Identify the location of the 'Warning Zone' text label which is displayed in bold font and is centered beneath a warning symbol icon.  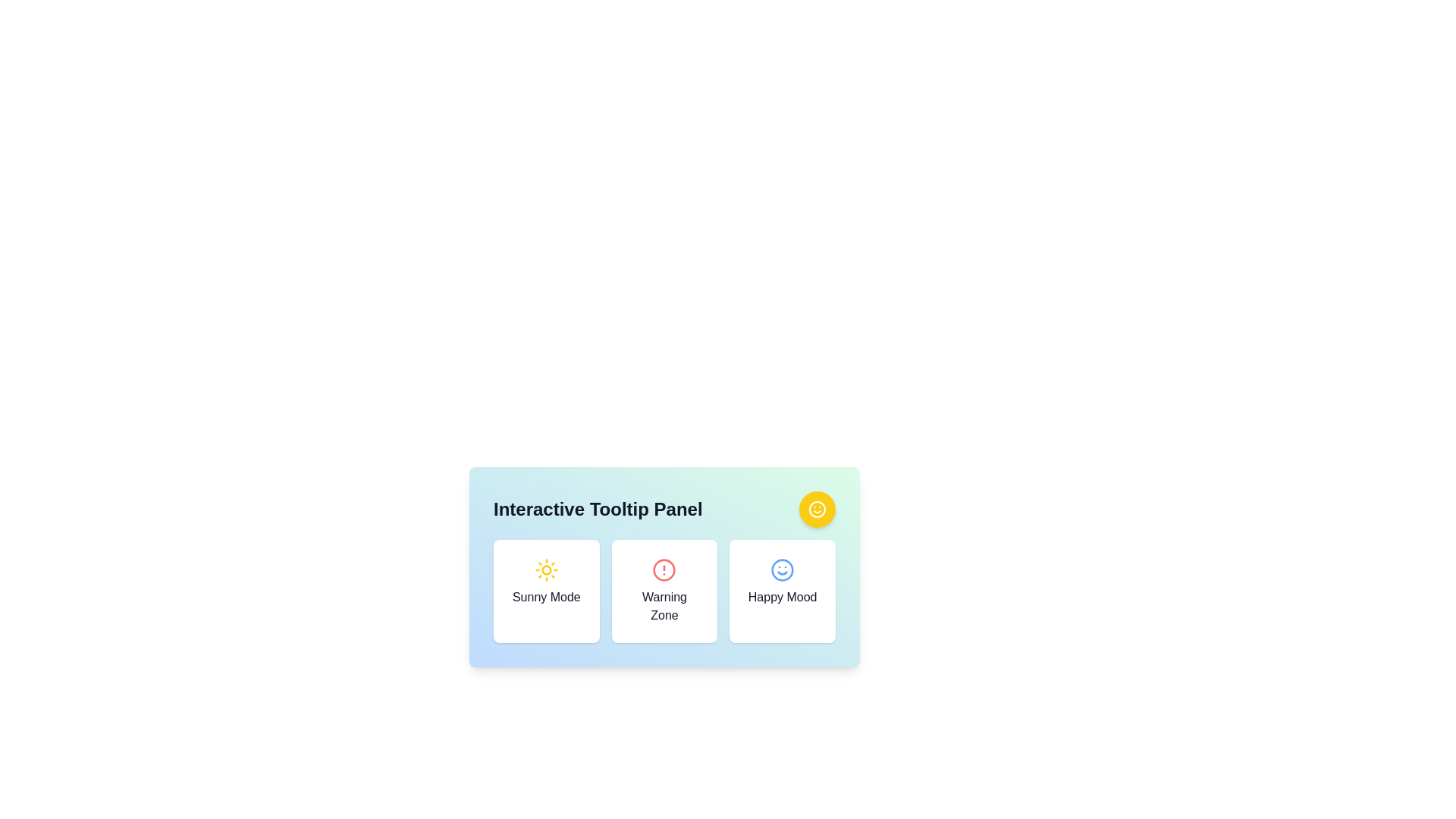
(664, 605).